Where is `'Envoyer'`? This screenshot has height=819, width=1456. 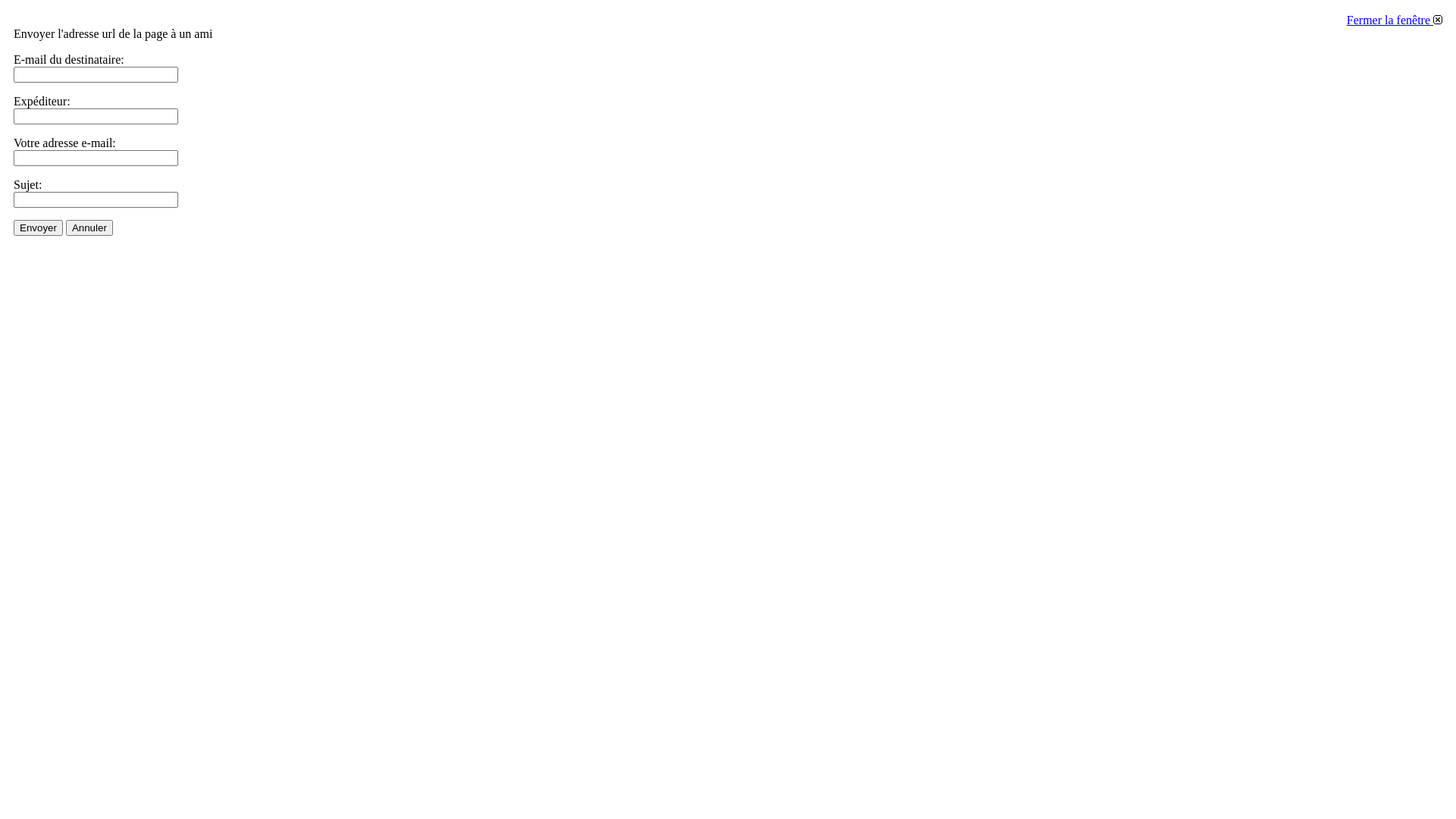 'Envoyer' is located at coordinates (14, 227).